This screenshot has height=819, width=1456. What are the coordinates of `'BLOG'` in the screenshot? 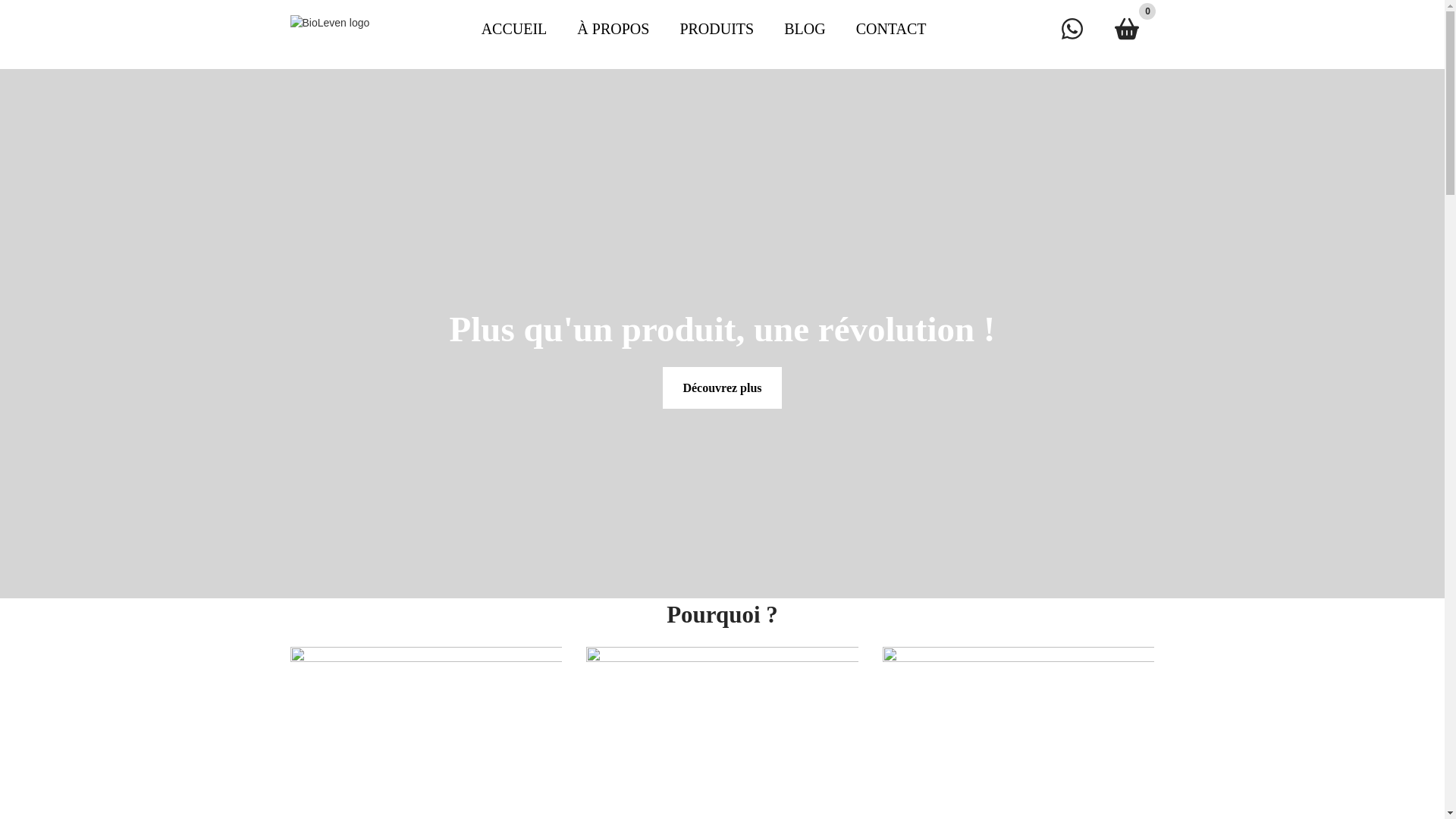 It's located at (768, 29).